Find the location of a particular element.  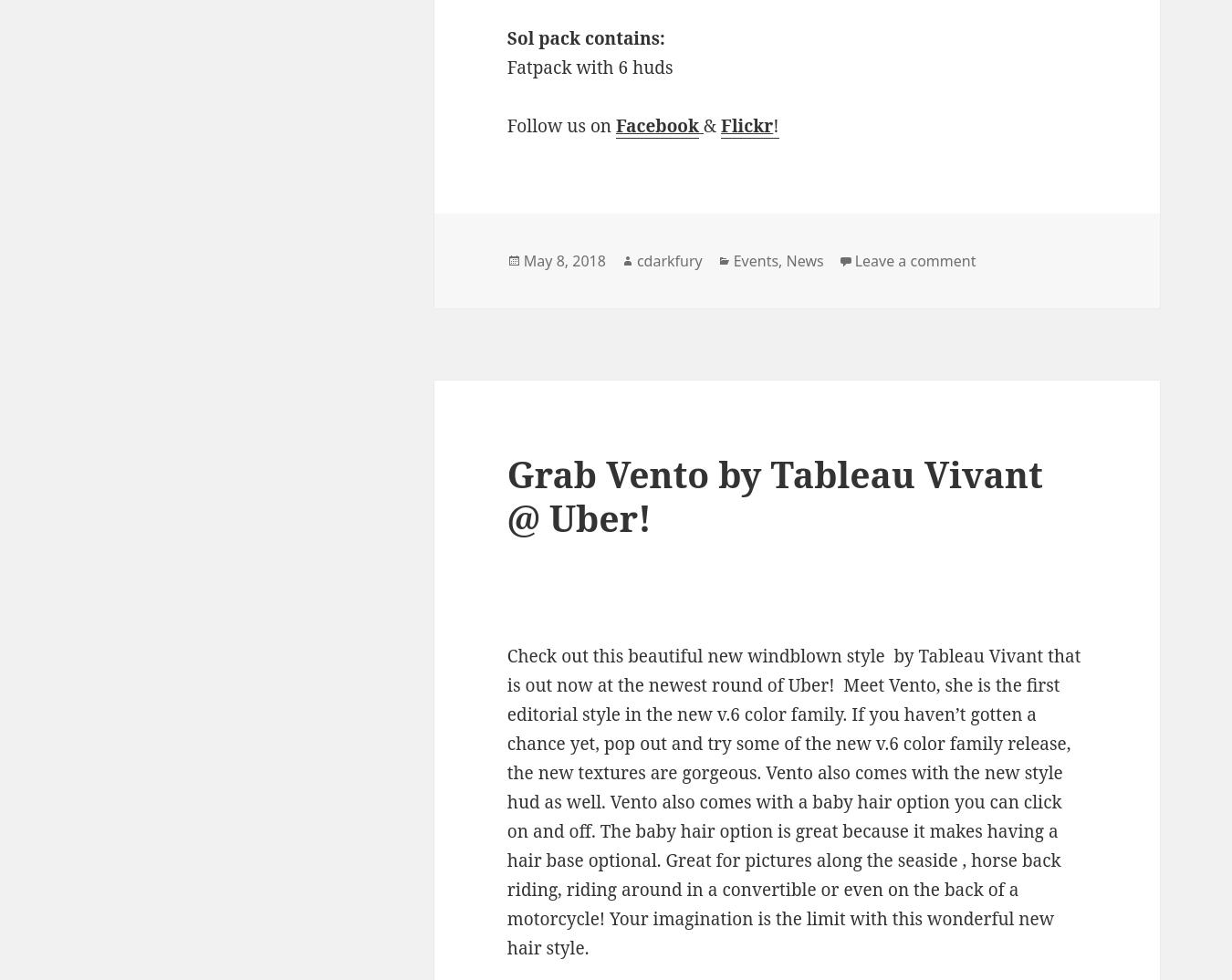

'Grab Vento by Tableau Vivant @ Uber!' is located at coordinates (774, 495).